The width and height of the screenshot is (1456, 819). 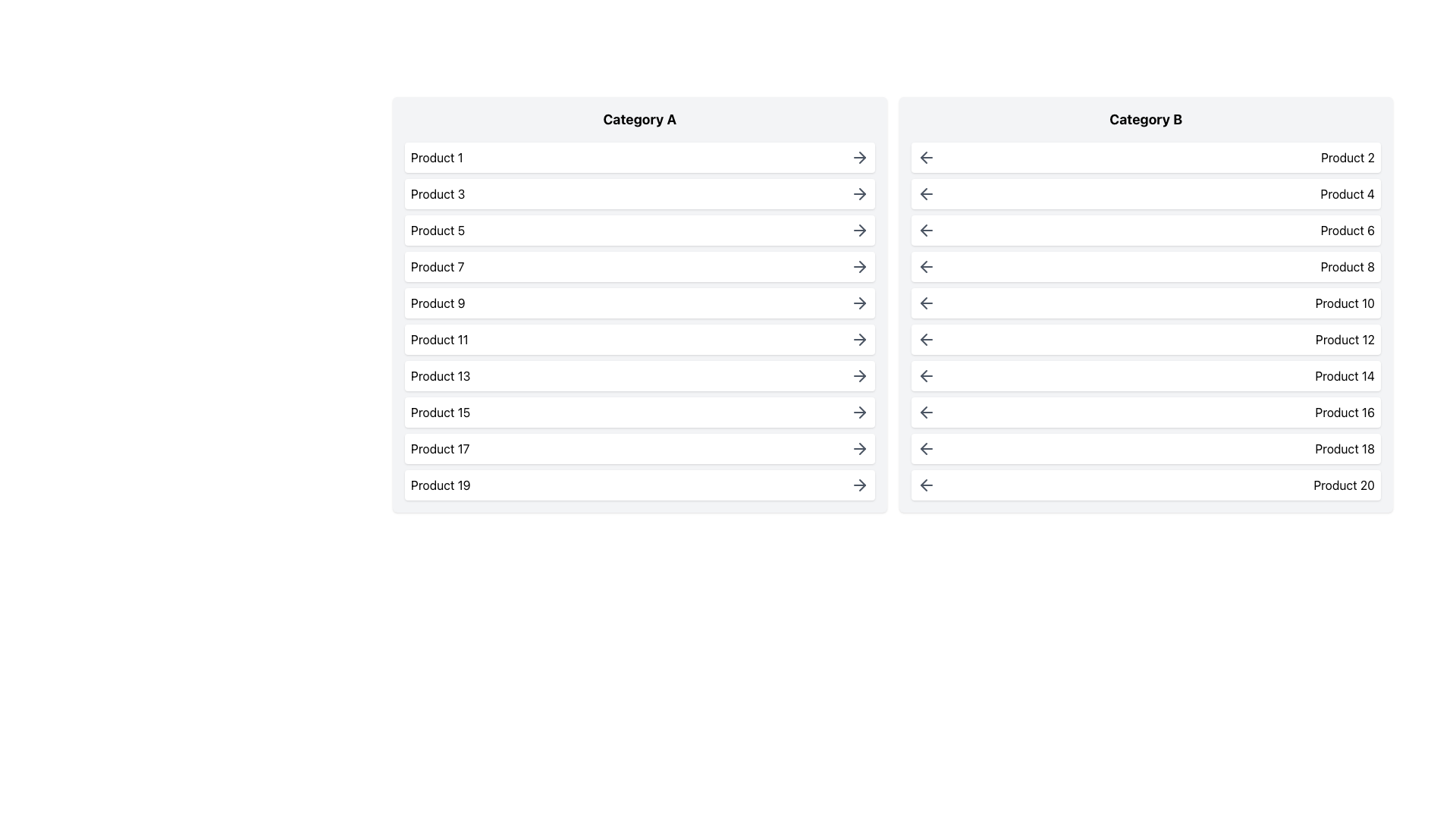 What do you see at coordinates (437, 231) in the screenshot?
I see `the text label indicating 'Product 5', located in the third position under 'Category A' in the vertical list` at bounding box center [437, 231].